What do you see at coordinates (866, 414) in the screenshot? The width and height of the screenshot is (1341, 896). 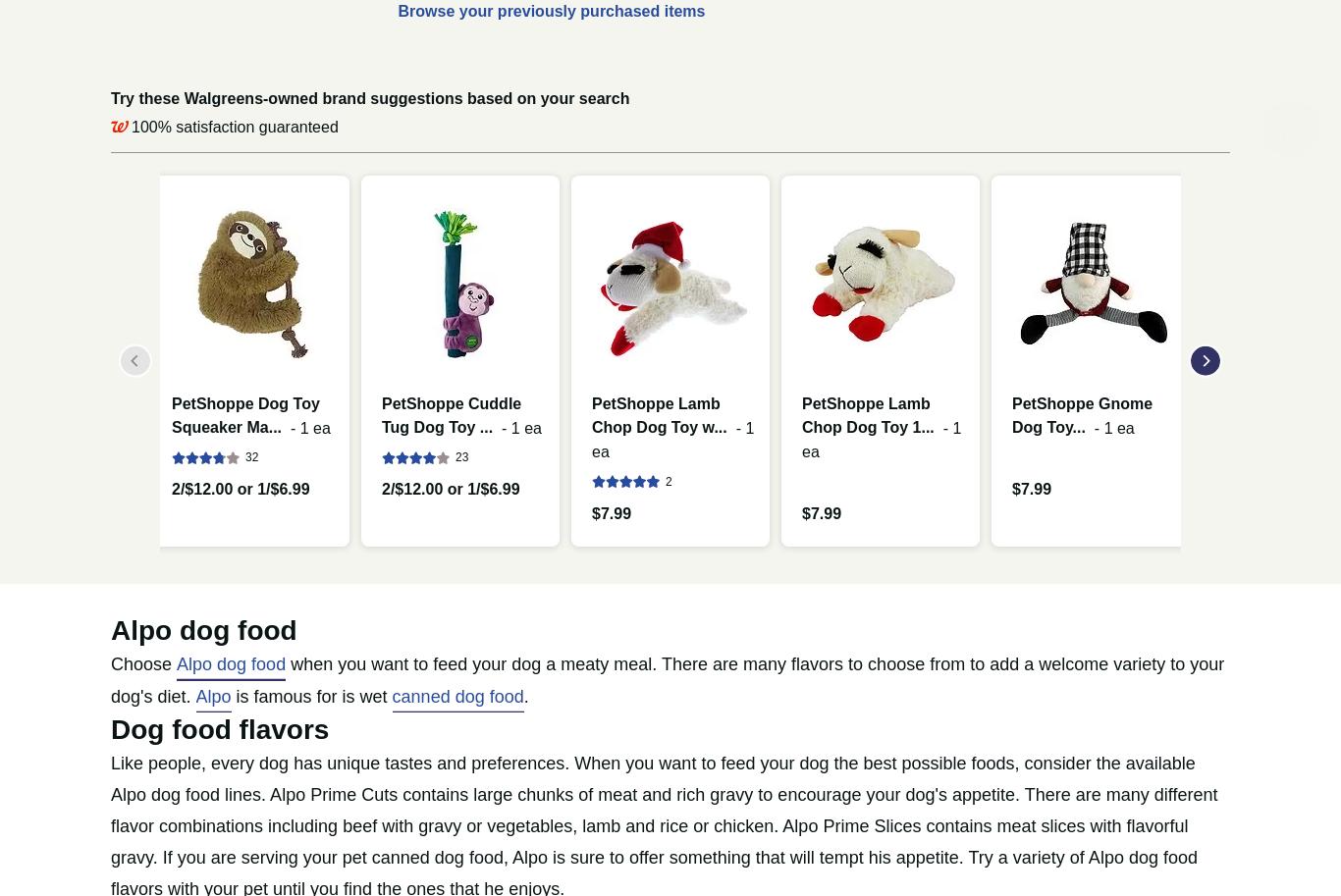 I see `'PetShoppe Lamb Chop Dog Toy 1...'` at bounding box center [866, 414].